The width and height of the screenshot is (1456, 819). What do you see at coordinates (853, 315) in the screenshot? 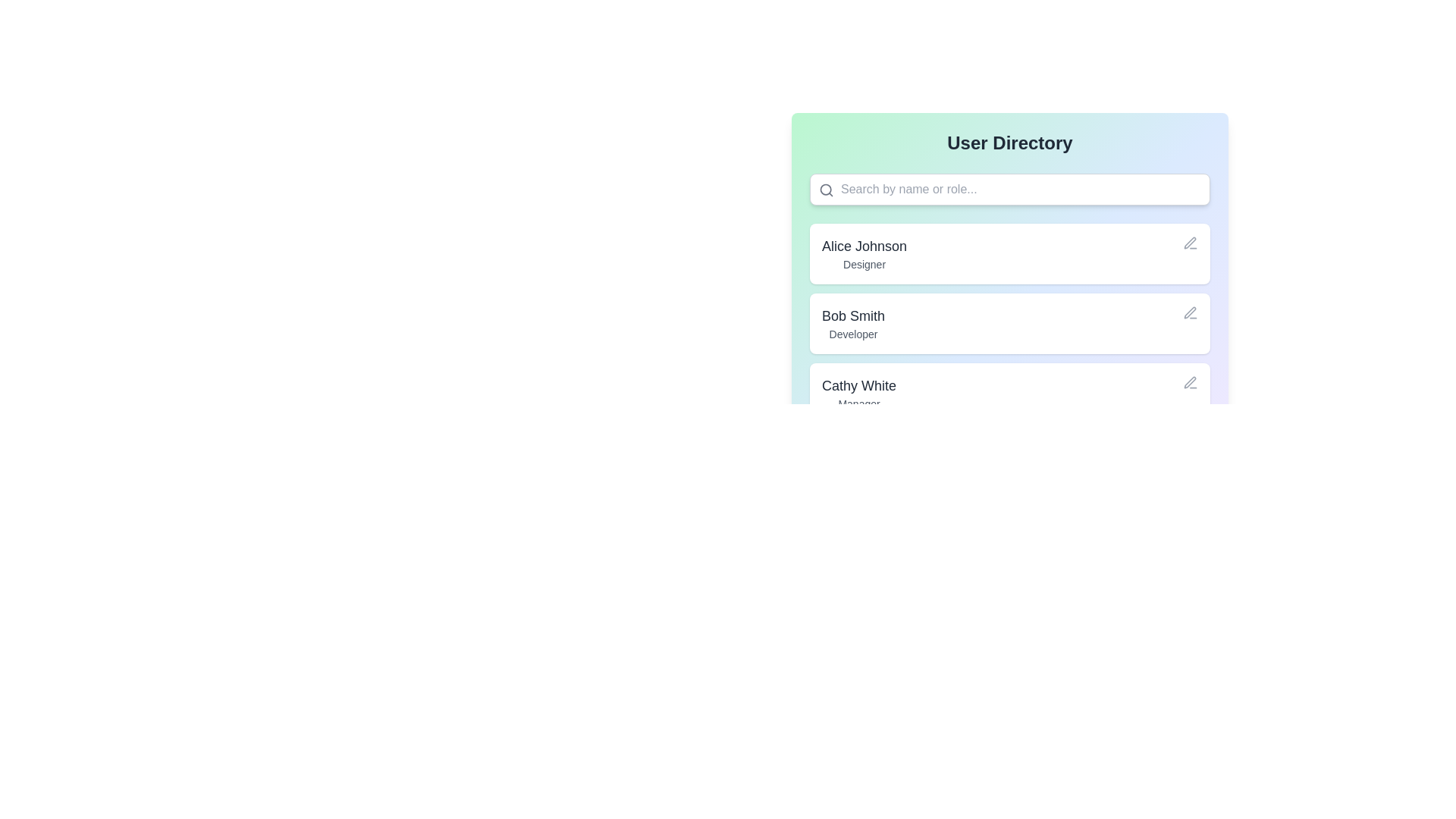
I see `the text label displaying 'Bob Smith' which is prominent and bold, located in the upper-left portion of the 'User Directory'` at bounding box center [853, 315].